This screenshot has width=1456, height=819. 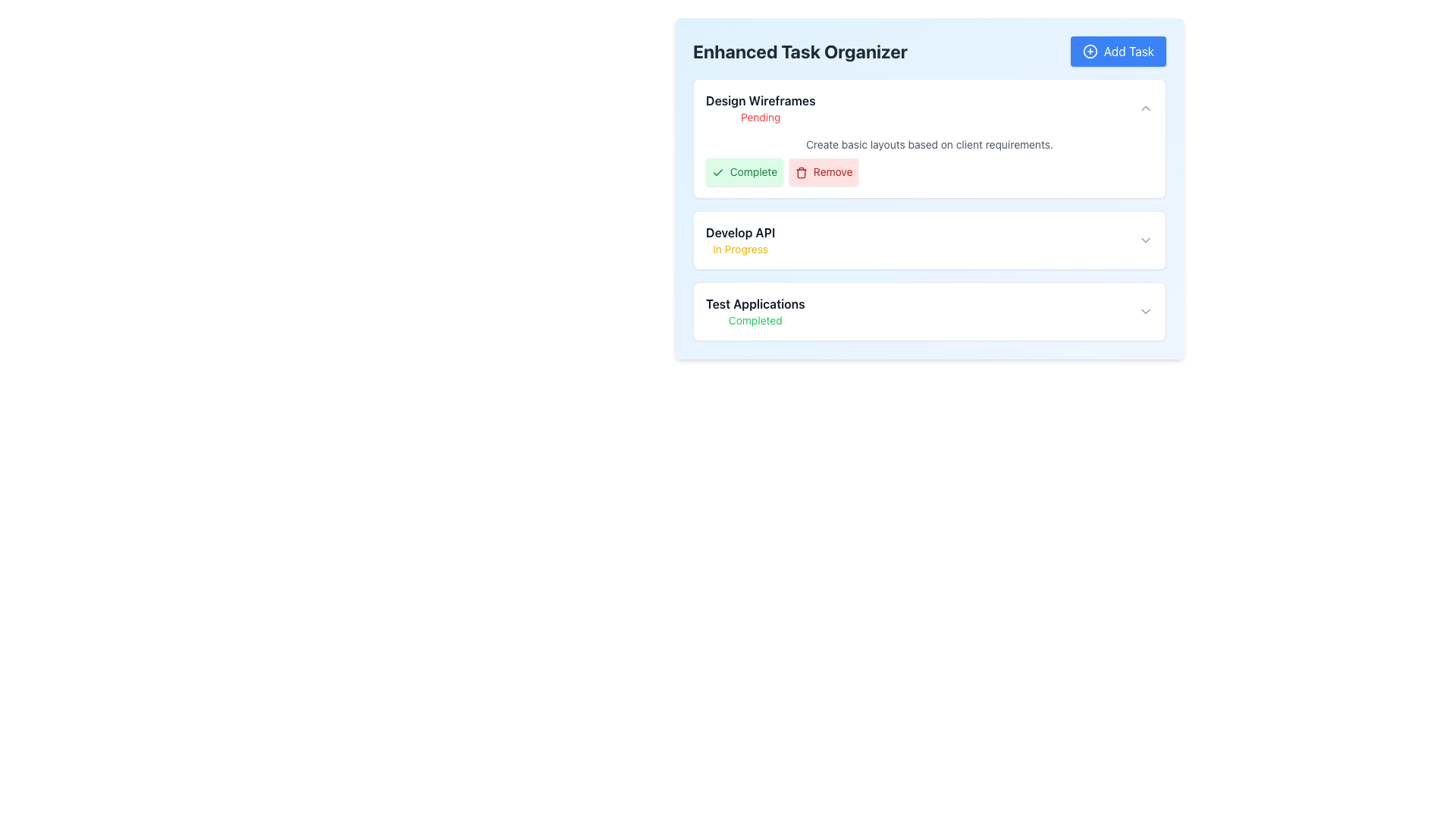 I want to click on the dropdown toggle button with a downward-pointing arrow icon, located in the top-right corner of the 'Develop API' task entry, so click(x=1146, y=239).